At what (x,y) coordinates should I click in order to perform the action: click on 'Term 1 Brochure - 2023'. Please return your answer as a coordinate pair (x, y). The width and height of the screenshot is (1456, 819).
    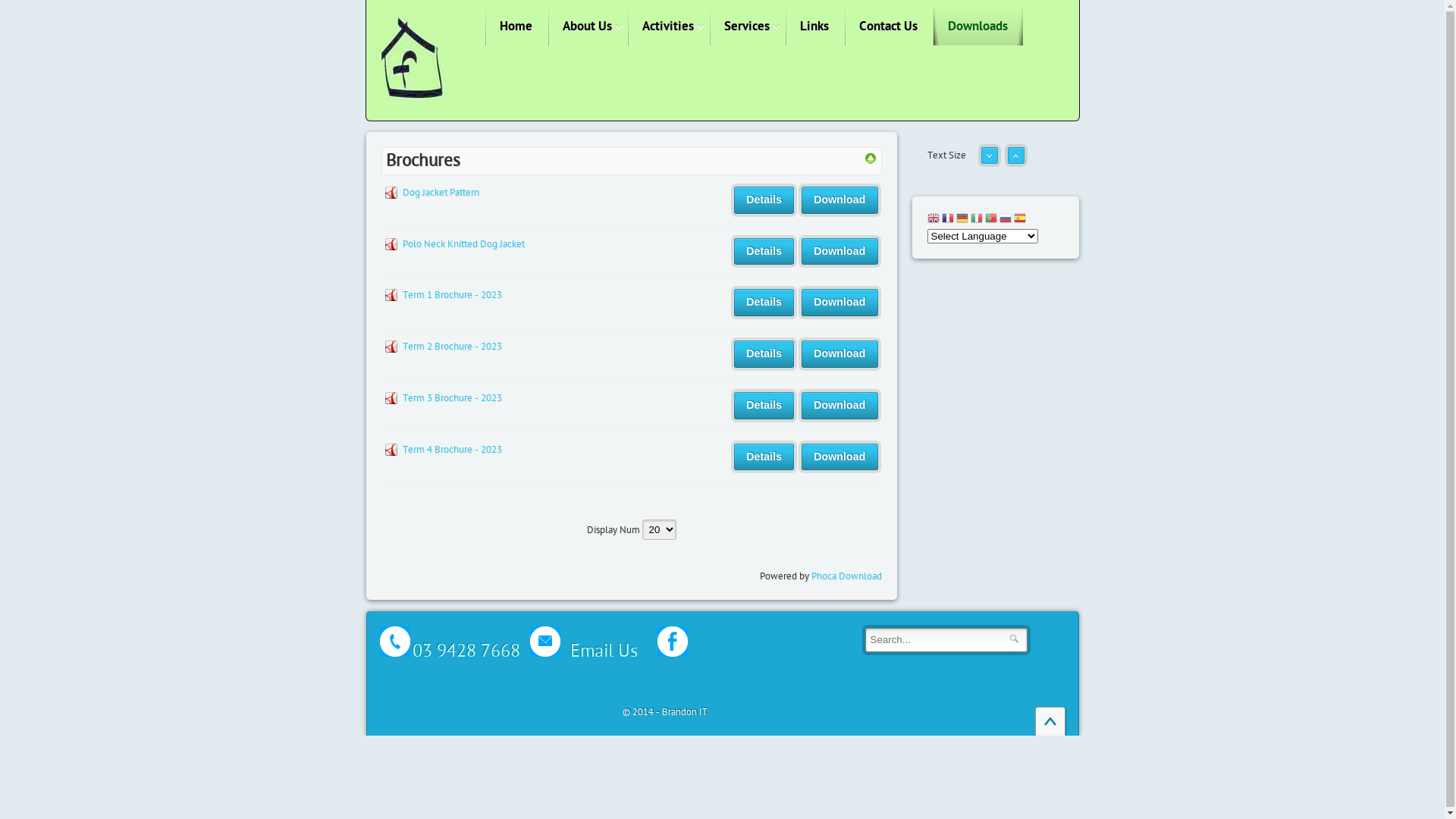
    Looking at the image, I should click on (450, 295).